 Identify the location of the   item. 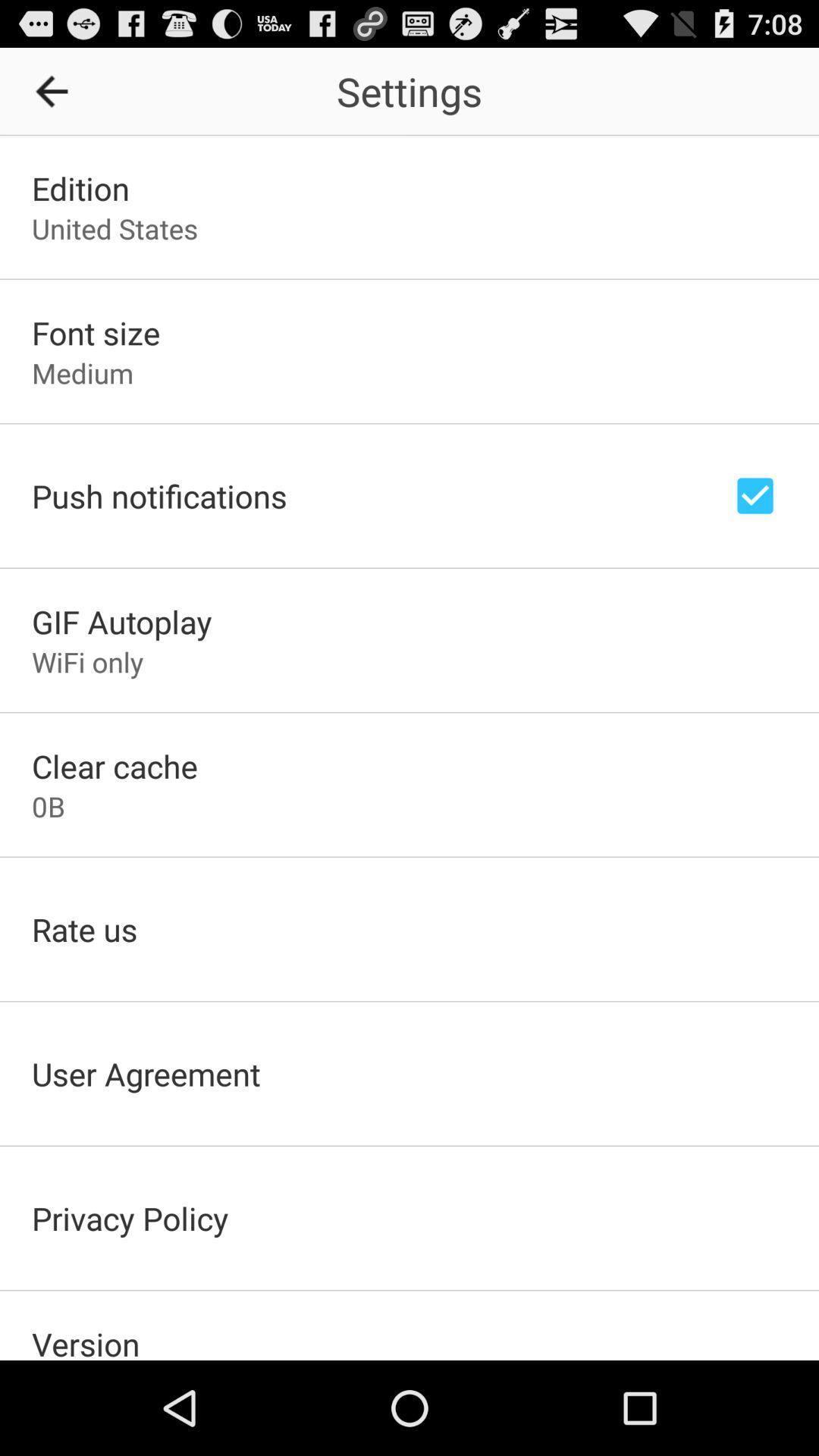
(56, 90).